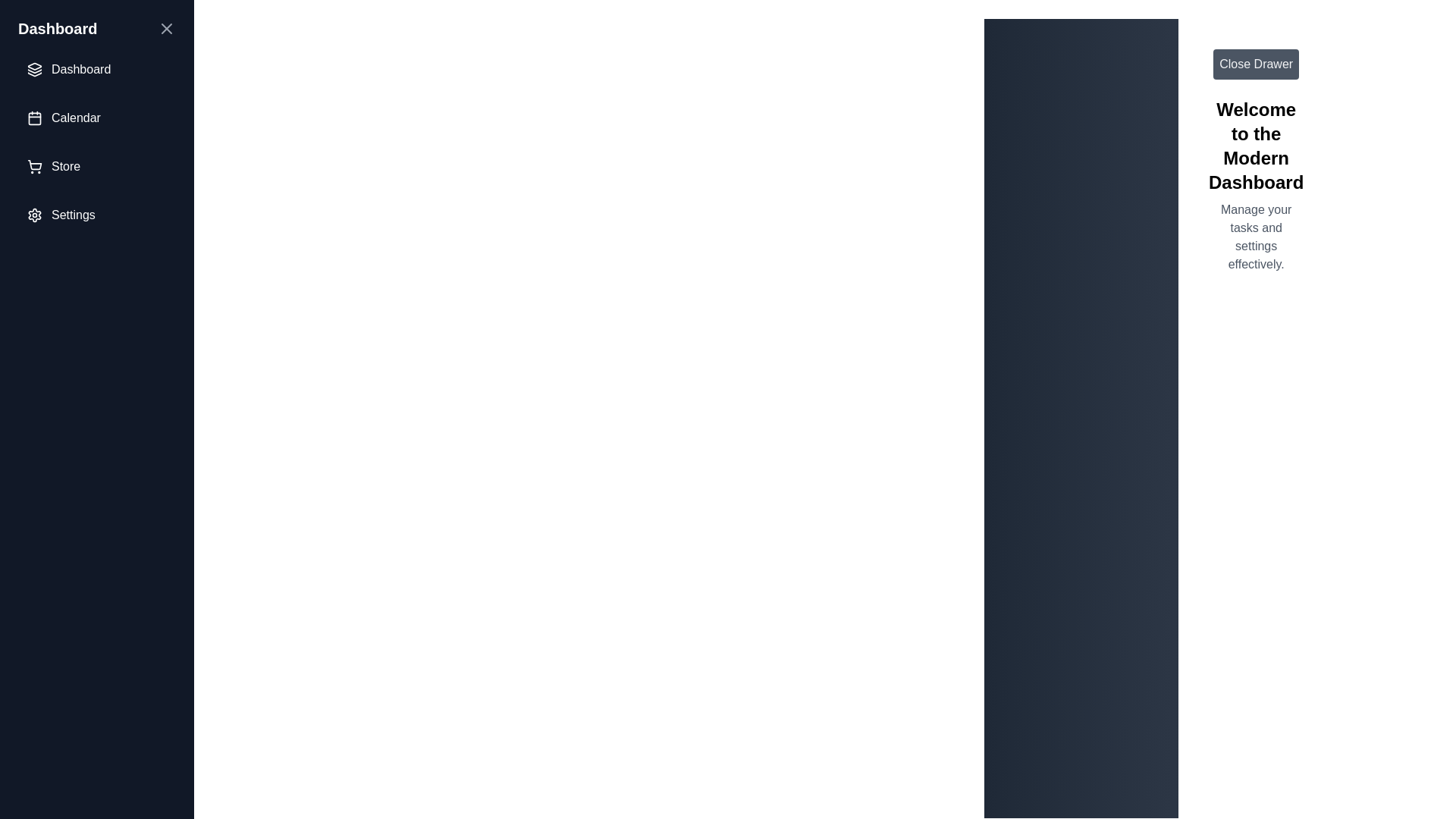 Image resolution: width=1456 pixels, height=819 pixels. I want to click on the menu item labeled Store, so click(96, 166).